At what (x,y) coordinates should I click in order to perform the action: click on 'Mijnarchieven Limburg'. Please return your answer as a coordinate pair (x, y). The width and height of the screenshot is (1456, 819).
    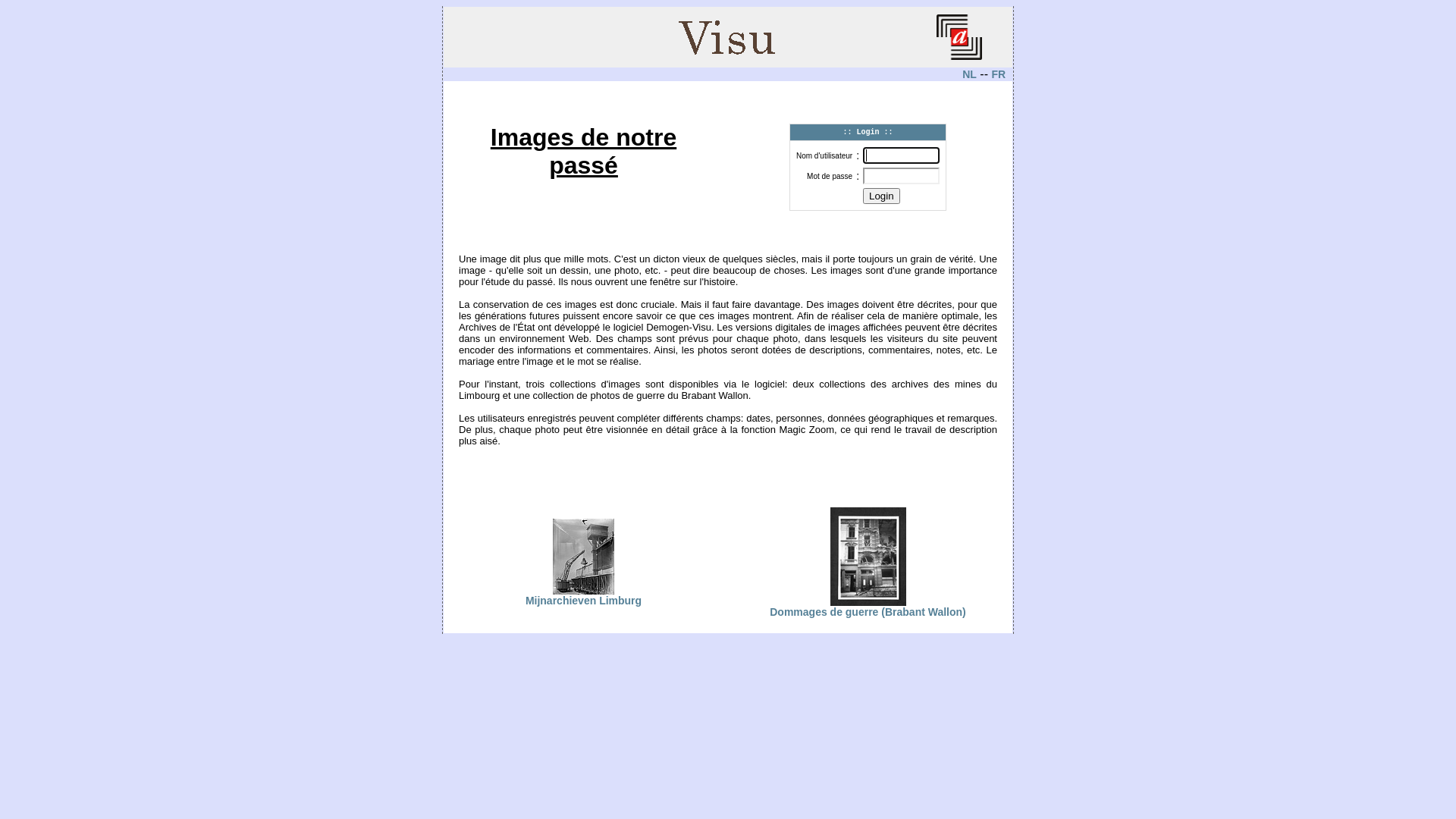
    Looking at the image, I should click on (582, 595).